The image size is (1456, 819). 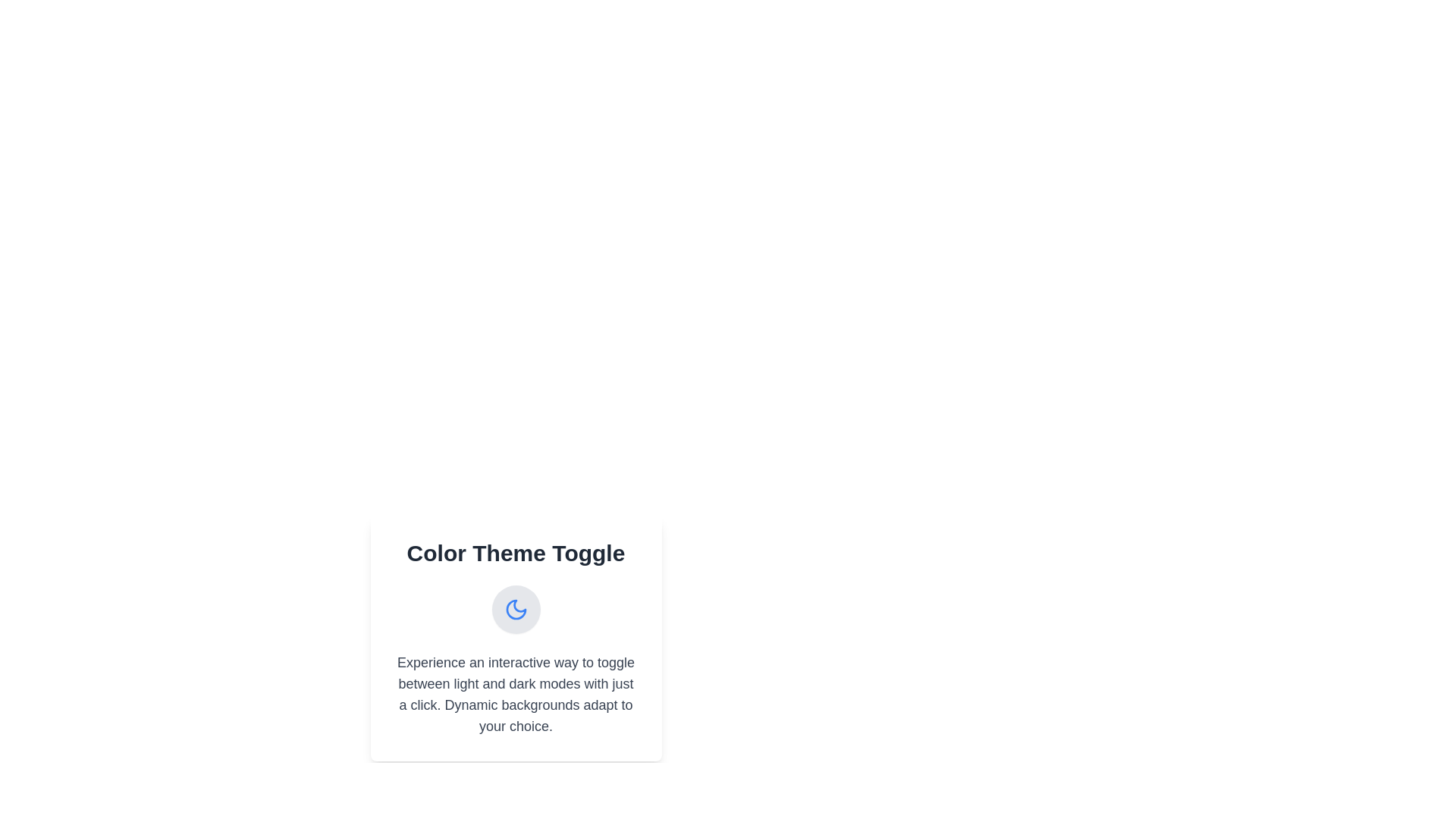 What do you see at coordinates (516, 608) in the screenshot?
I see `the circular button with a gray background and a blue crescent moon icon located in the middle section of the 'Color Theme Toggle' card` at bounding box center [516, 608].